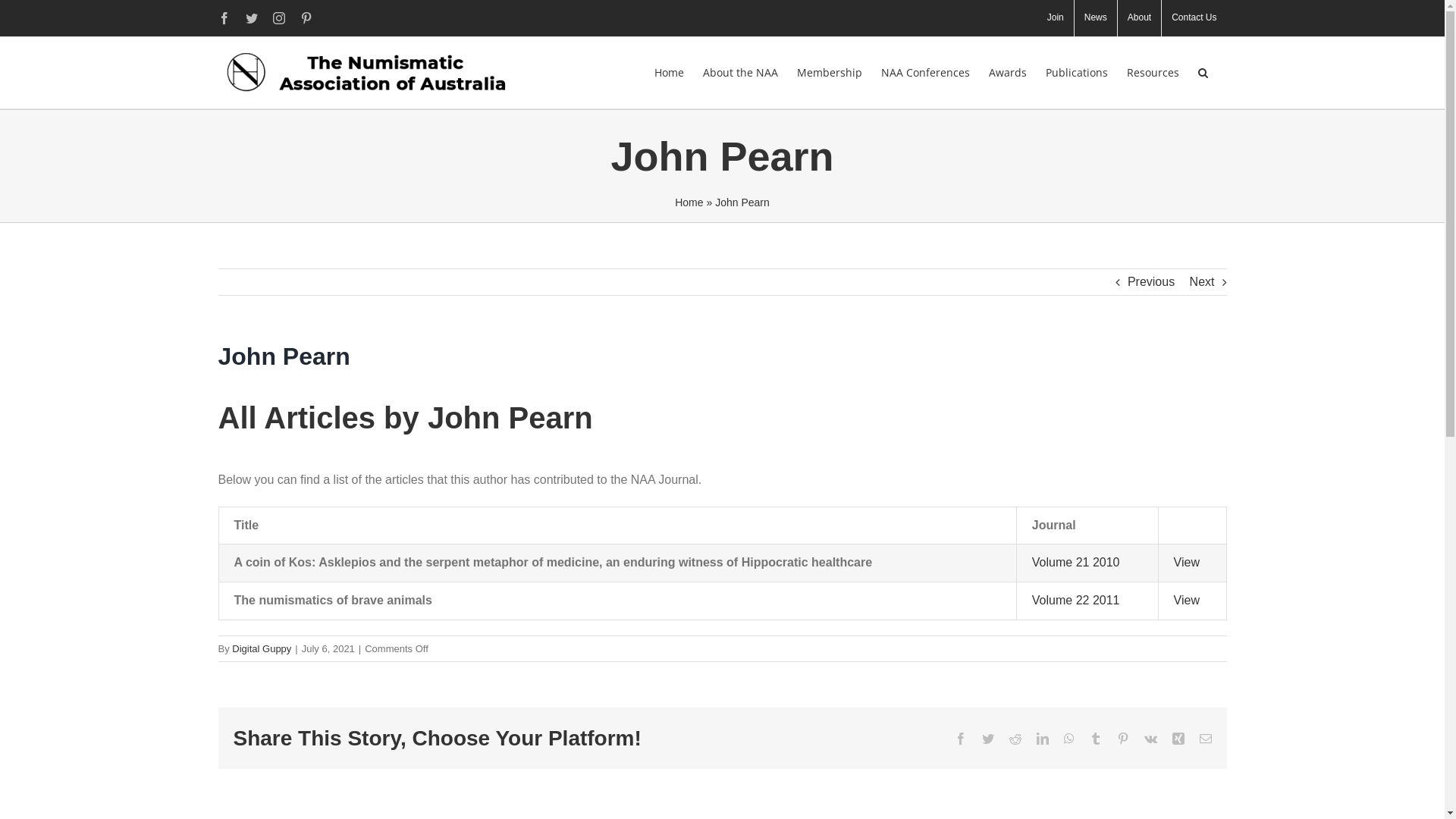  Describe the element at coordinates (667, 73) in the screenshot. I see `'Home'` at that location.